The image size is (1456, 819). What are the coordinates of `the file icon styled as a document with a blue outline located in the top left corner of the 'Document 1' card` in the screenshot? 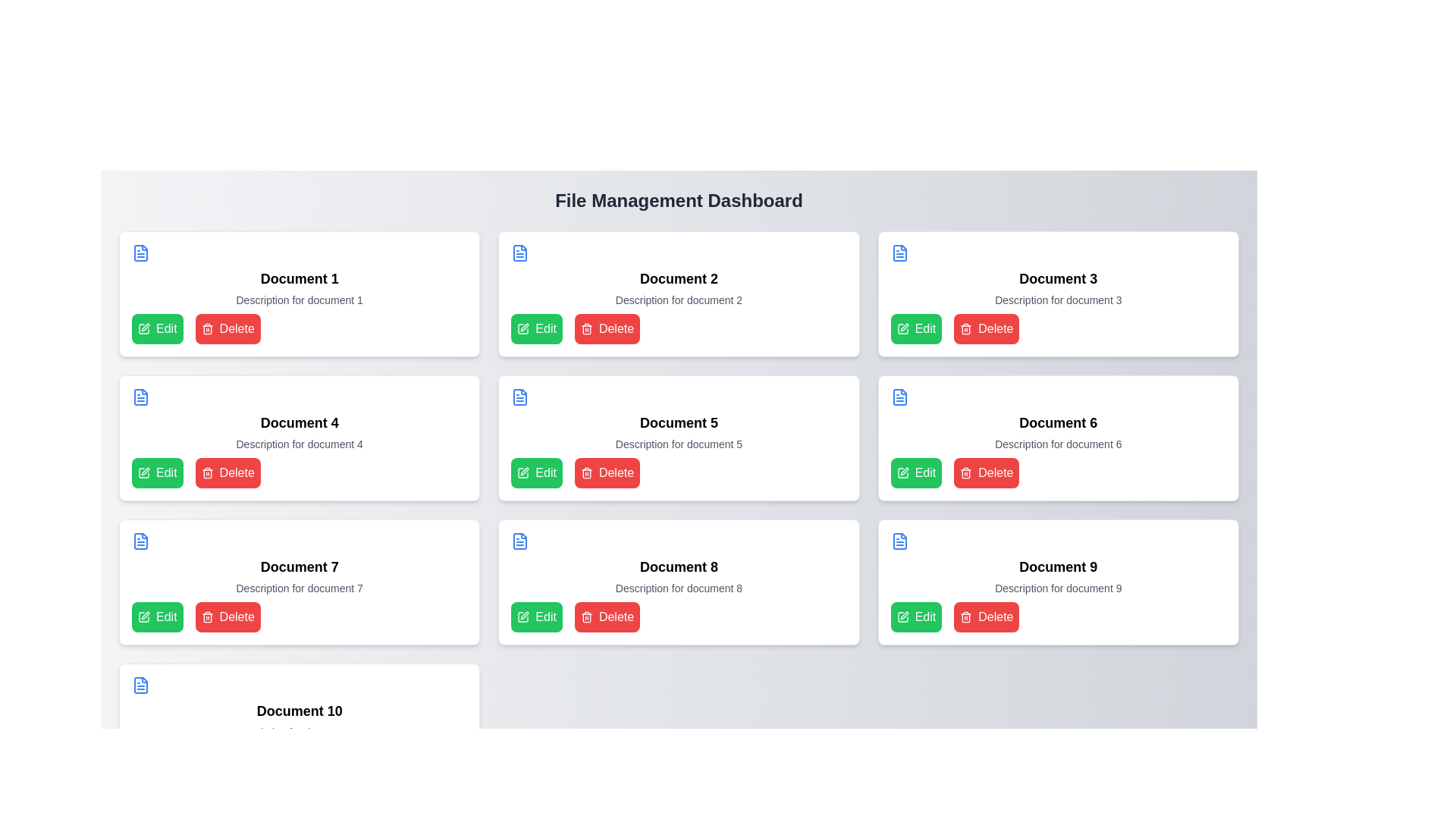 It's located at (141, 253).